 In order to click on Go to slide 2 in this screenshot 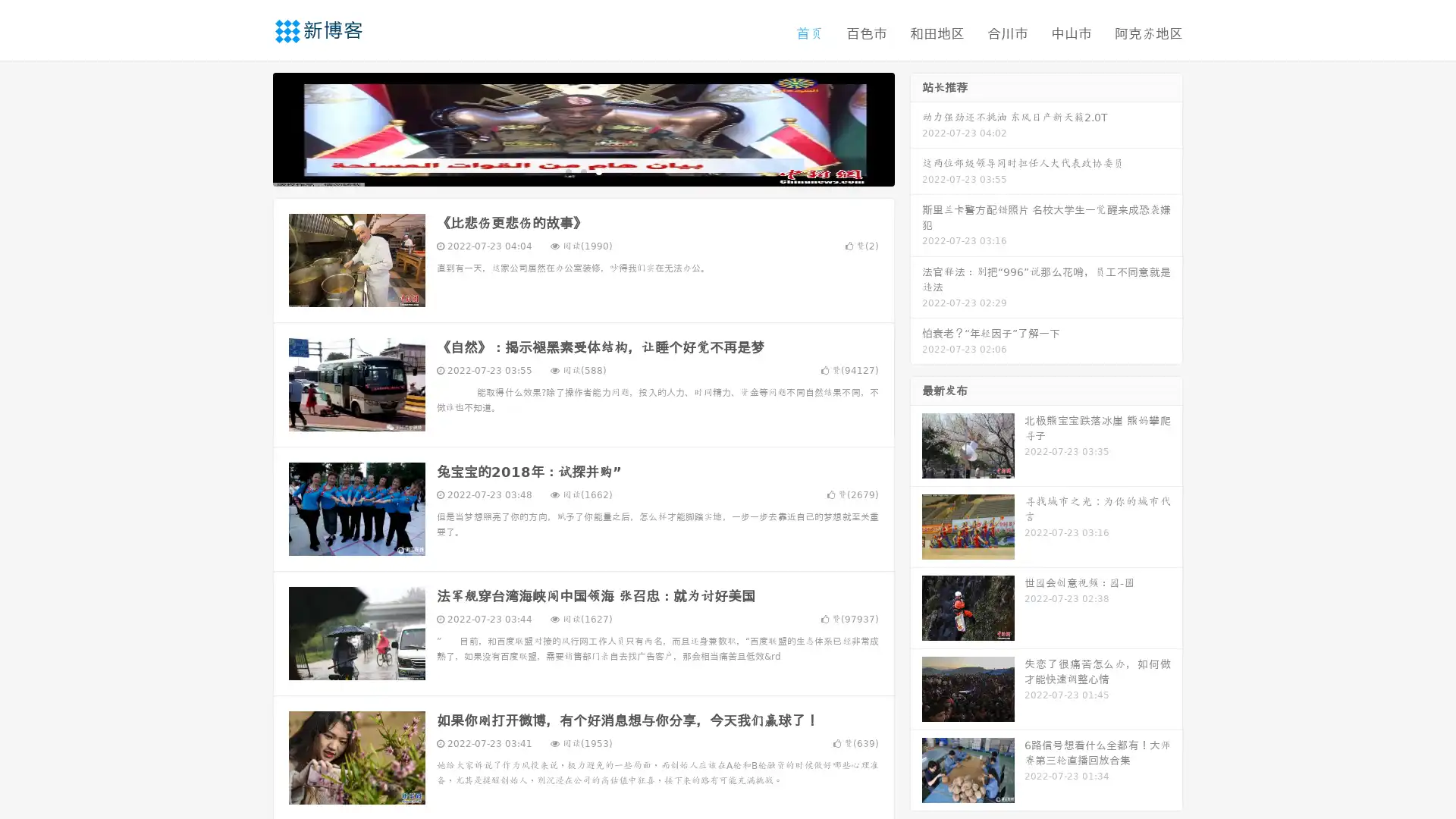, I will do `click(582, 171)`.